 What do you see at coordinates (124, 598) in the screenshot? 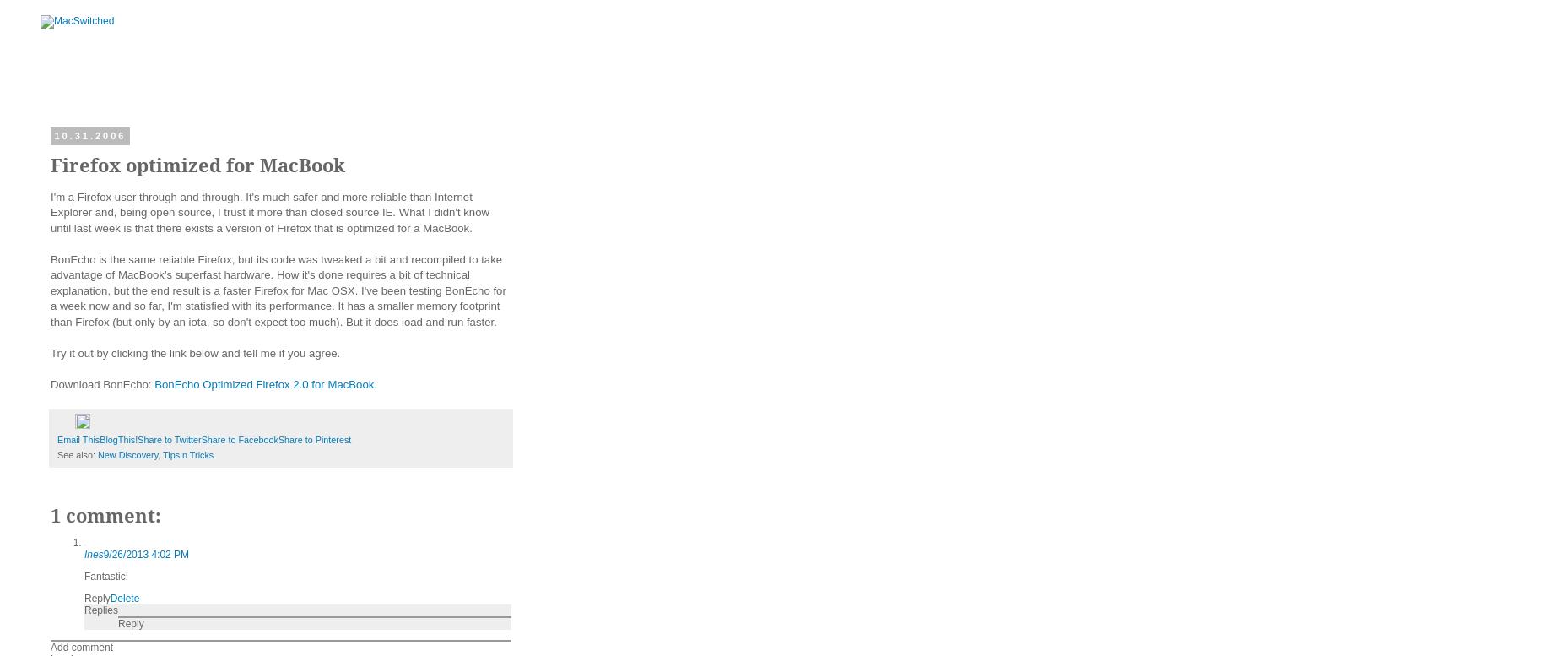
I see `'Delete'` at bounding box center [124, 598].